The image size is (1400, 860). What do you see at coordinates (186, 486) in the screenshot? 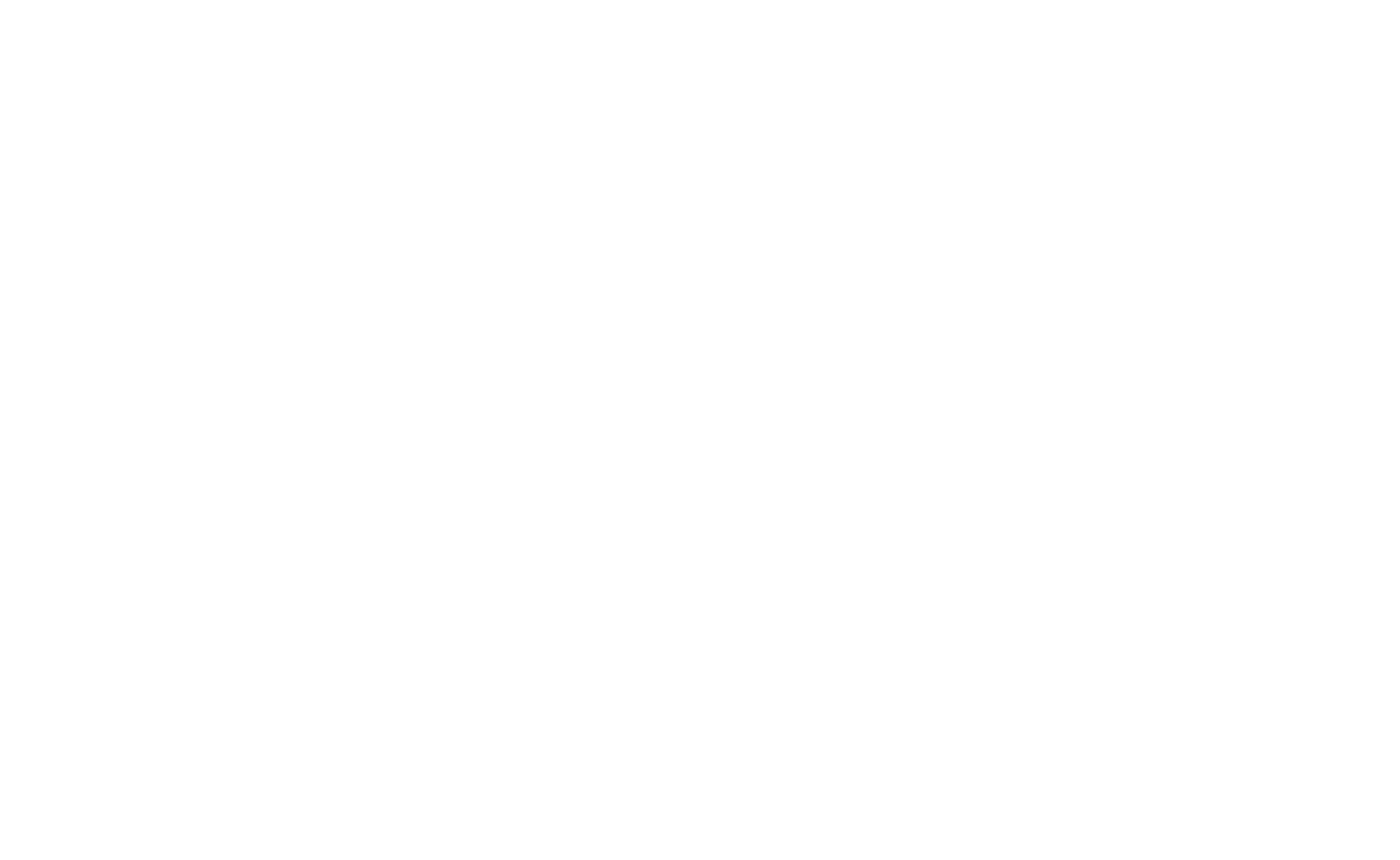
I see `'Pregame Notes: Rangers vs. Blue Jackets'` at bounding box center [186, 486].